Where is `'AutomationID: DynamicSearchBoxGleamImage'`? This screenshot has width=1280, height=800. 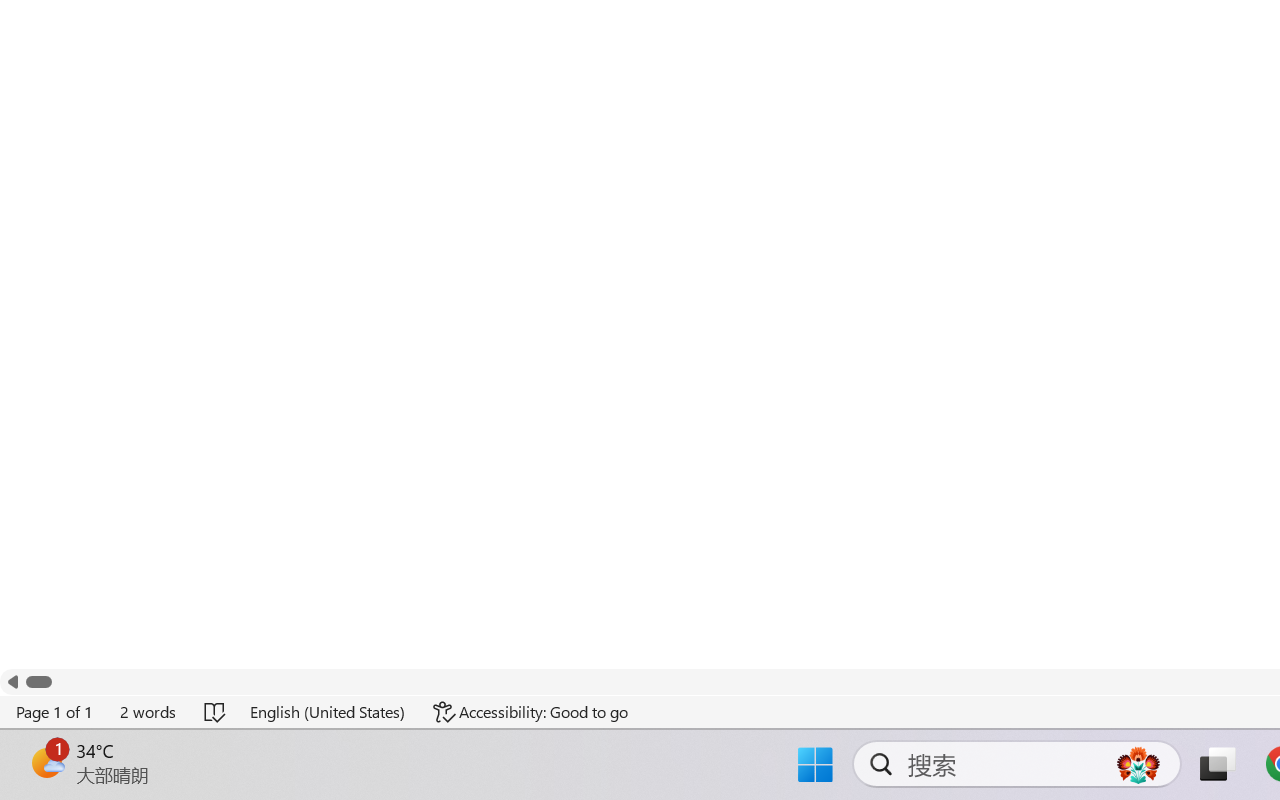
'AutomationID: DynamicSearchBoxGleamImage' is located at coordinates (1138, 764).